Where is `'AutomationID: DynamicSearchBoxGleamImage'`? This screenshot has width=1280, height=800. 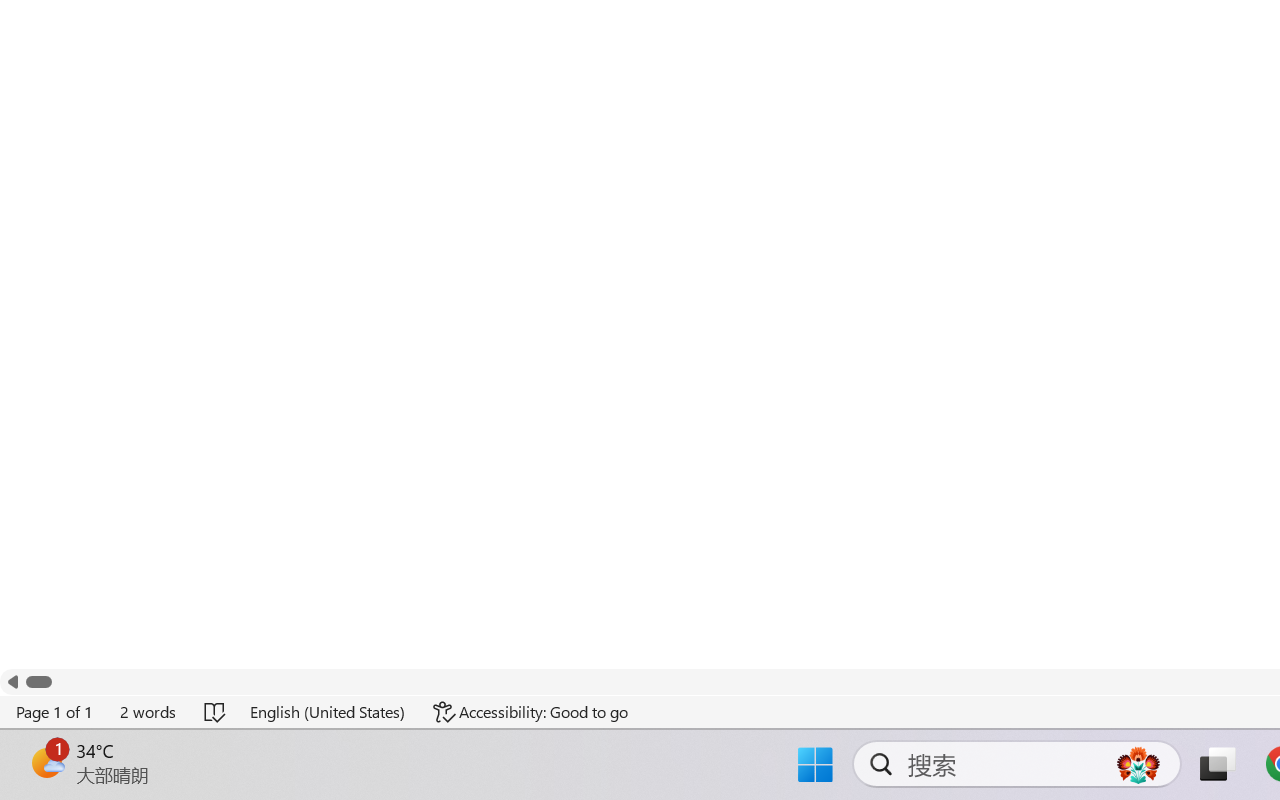
'AutomationID: DynamicSearchBoxGleamImage' is located at coordinates (1138, 764).